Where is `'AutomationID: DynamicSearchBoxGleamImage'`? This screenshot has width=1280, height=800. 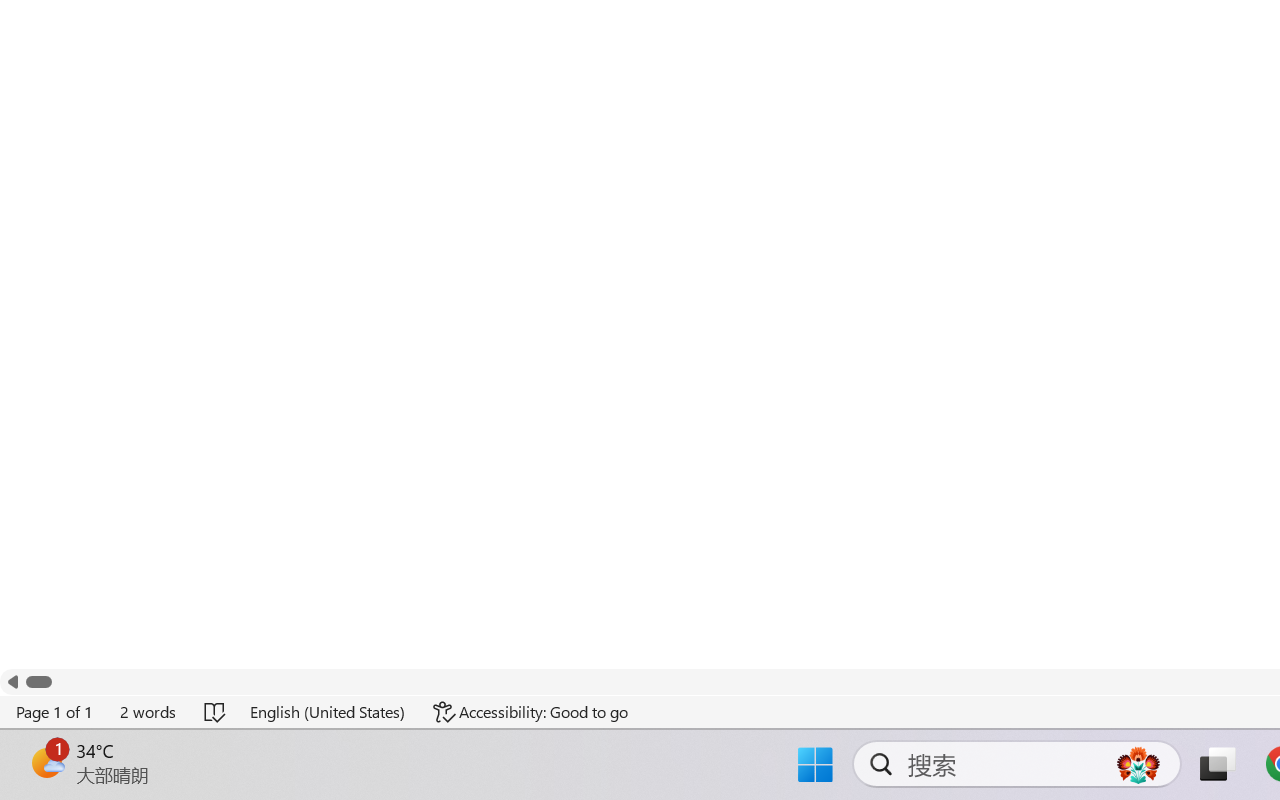
'AutomationID: DynamicSearchBoxGleamImage' is located at coordinates (1138, 764).